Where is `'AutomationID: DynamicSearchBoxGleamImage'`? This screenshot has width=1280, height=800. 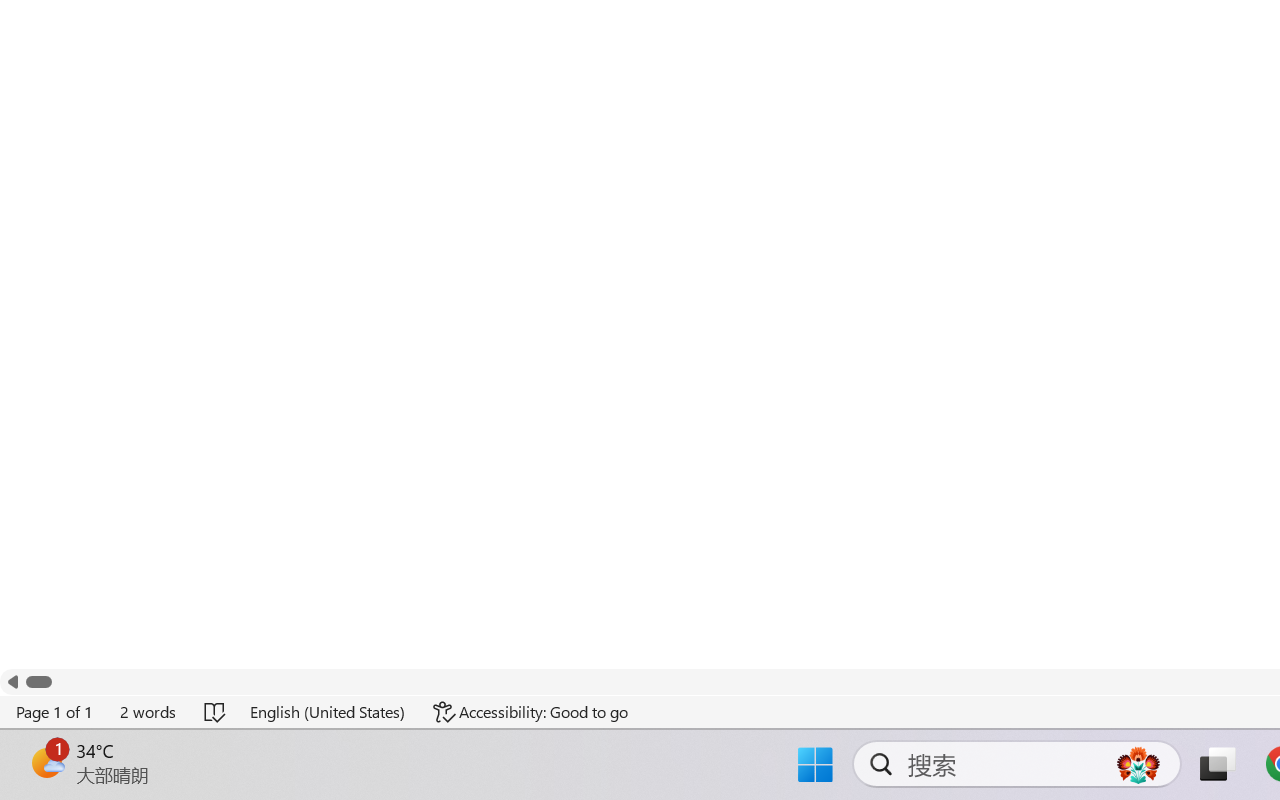
'AutomationID: DynamicSearchBoxGleamImage' is located at coordinates (1138, 764).